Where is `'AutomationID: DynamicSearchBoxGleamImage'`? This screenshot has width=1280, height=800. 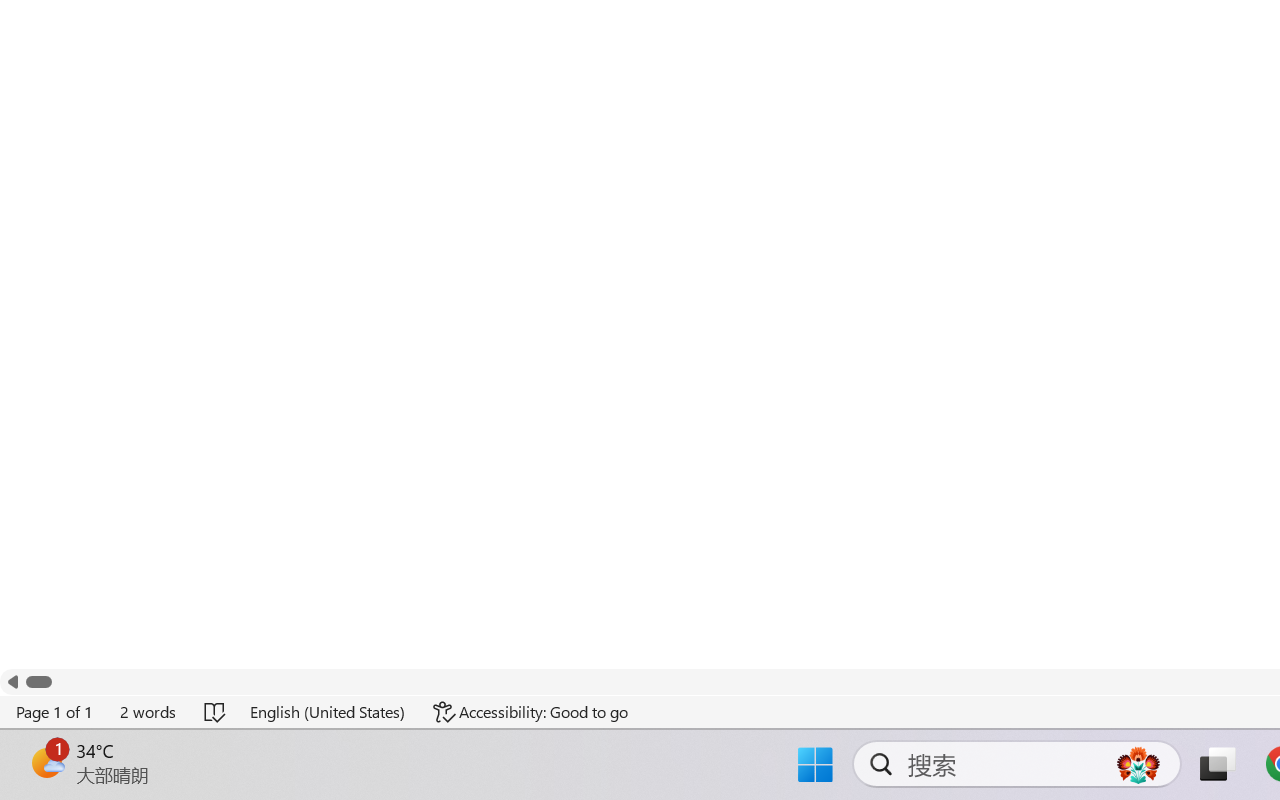
'AutomationID: DynamicSearchBoxGleamImage' is located at coordinates (1138, 764).